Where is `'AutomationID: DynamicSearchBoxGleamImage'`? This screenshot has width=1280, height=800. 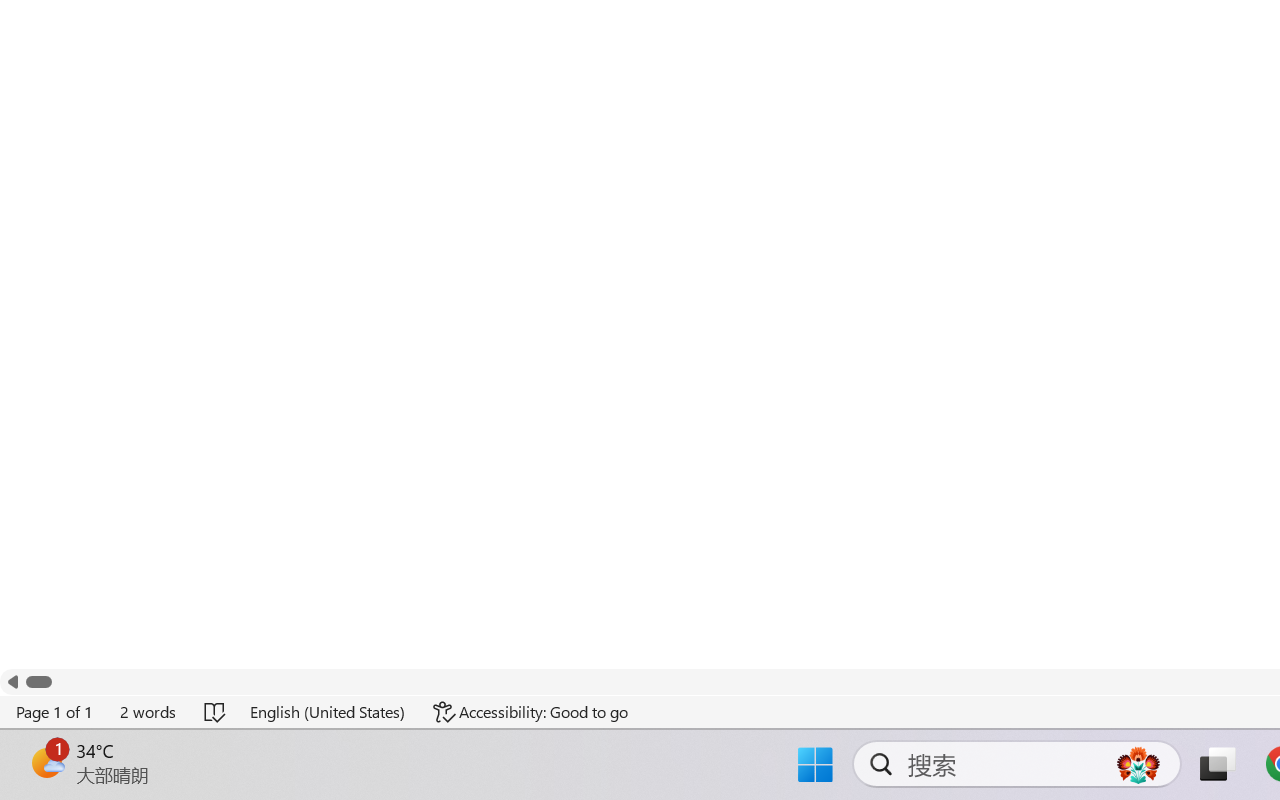
'AutomationID: DynamicSearchBoxGleamImage' is located at coordinates (1138, 764).